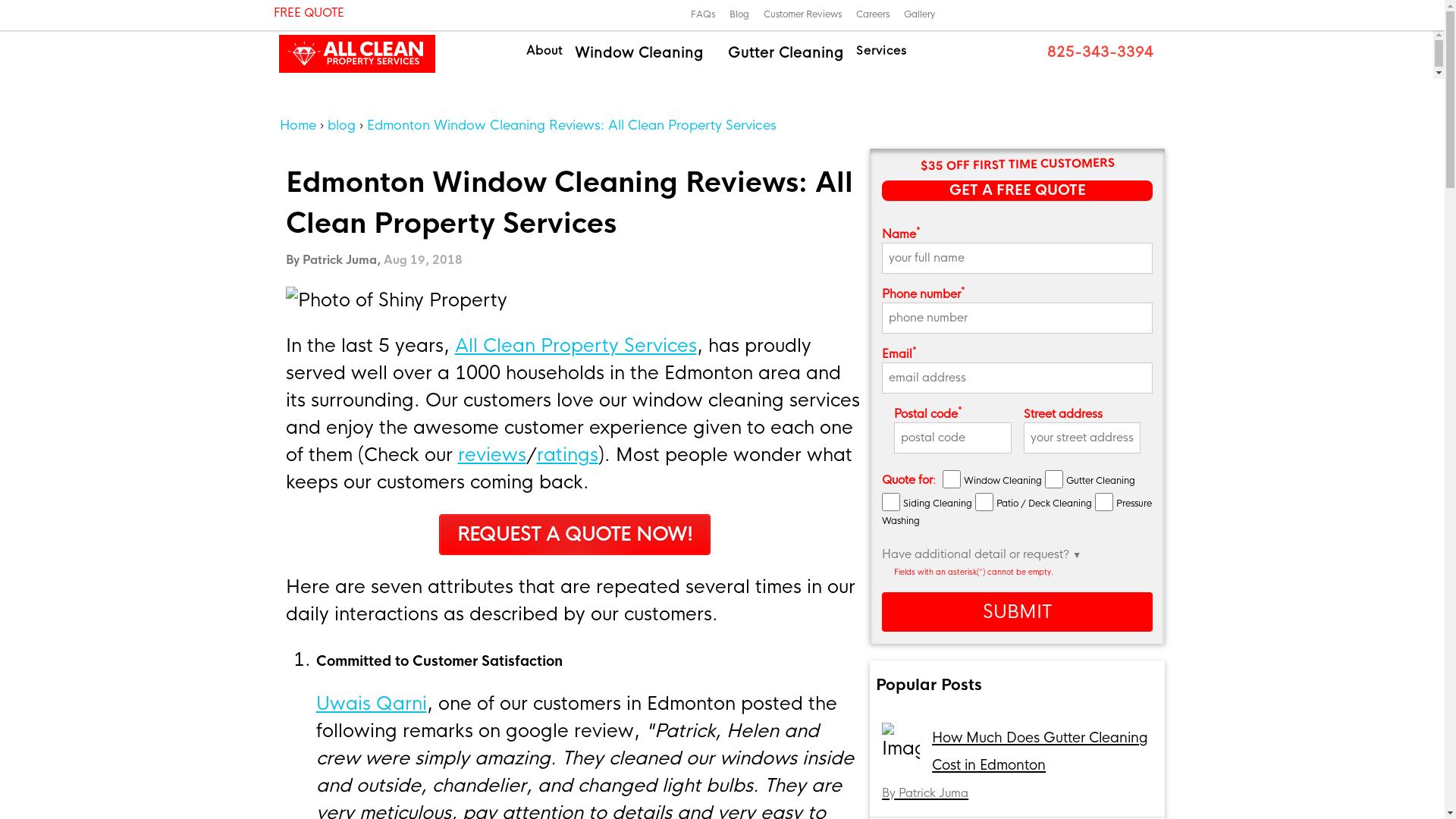 Image resolution: width=1456 pixels, height=819 pixels. I want to click on 'FAQs', so click(701, 14).